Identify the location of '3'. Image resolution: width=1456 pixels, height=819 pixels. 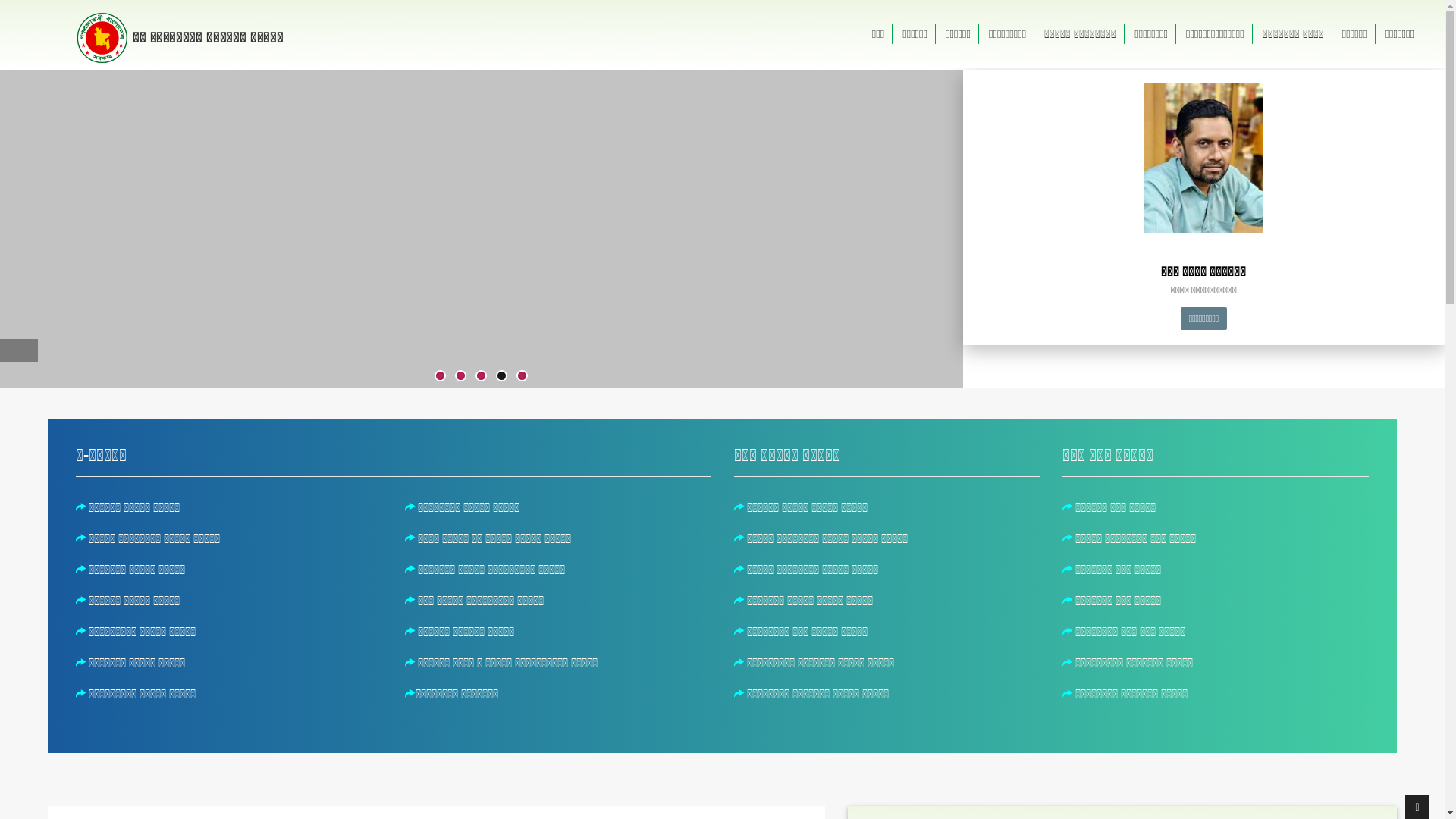
(480, 375).